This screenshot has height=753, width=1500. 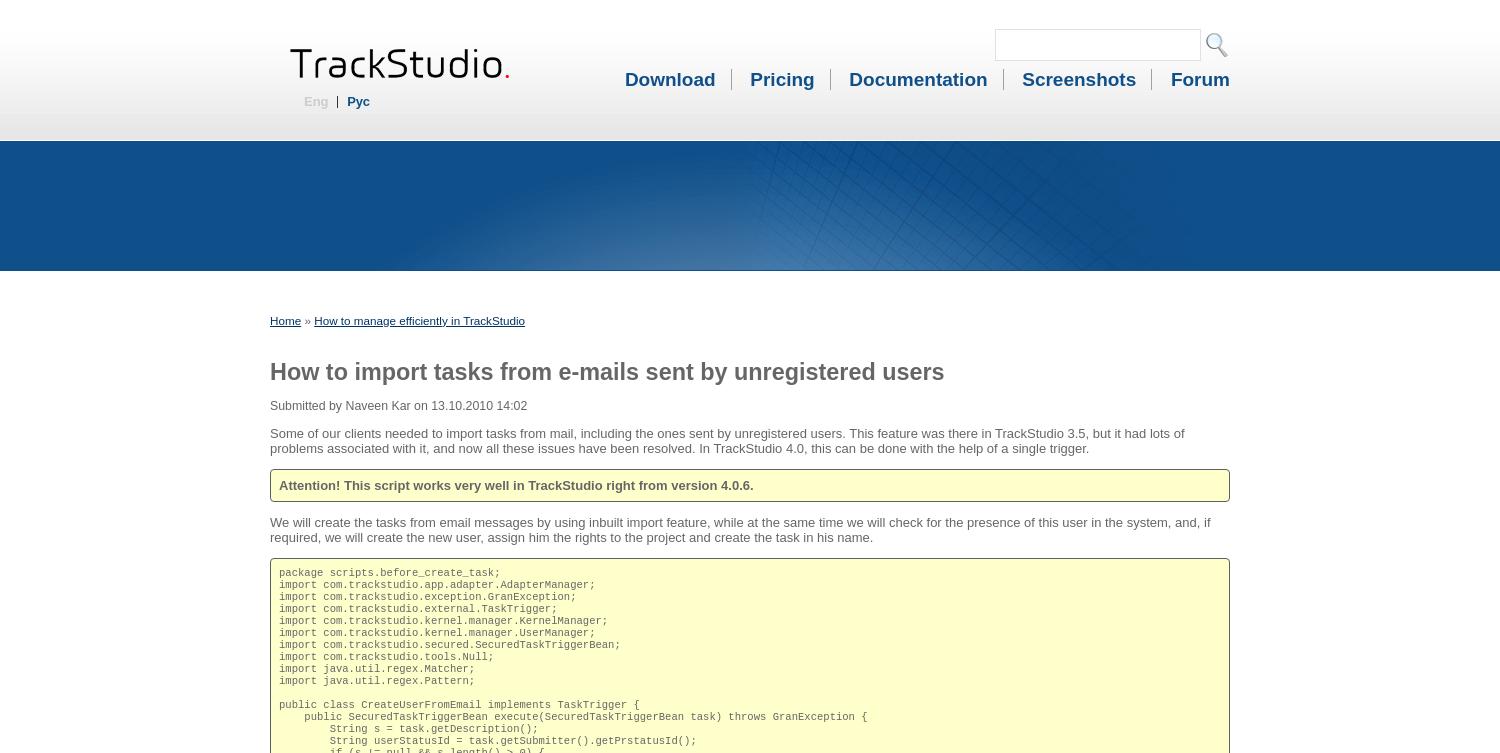 I want to click on 'How to import tasks from e-mails sent by unregistered users', so click(x=606, y=371).